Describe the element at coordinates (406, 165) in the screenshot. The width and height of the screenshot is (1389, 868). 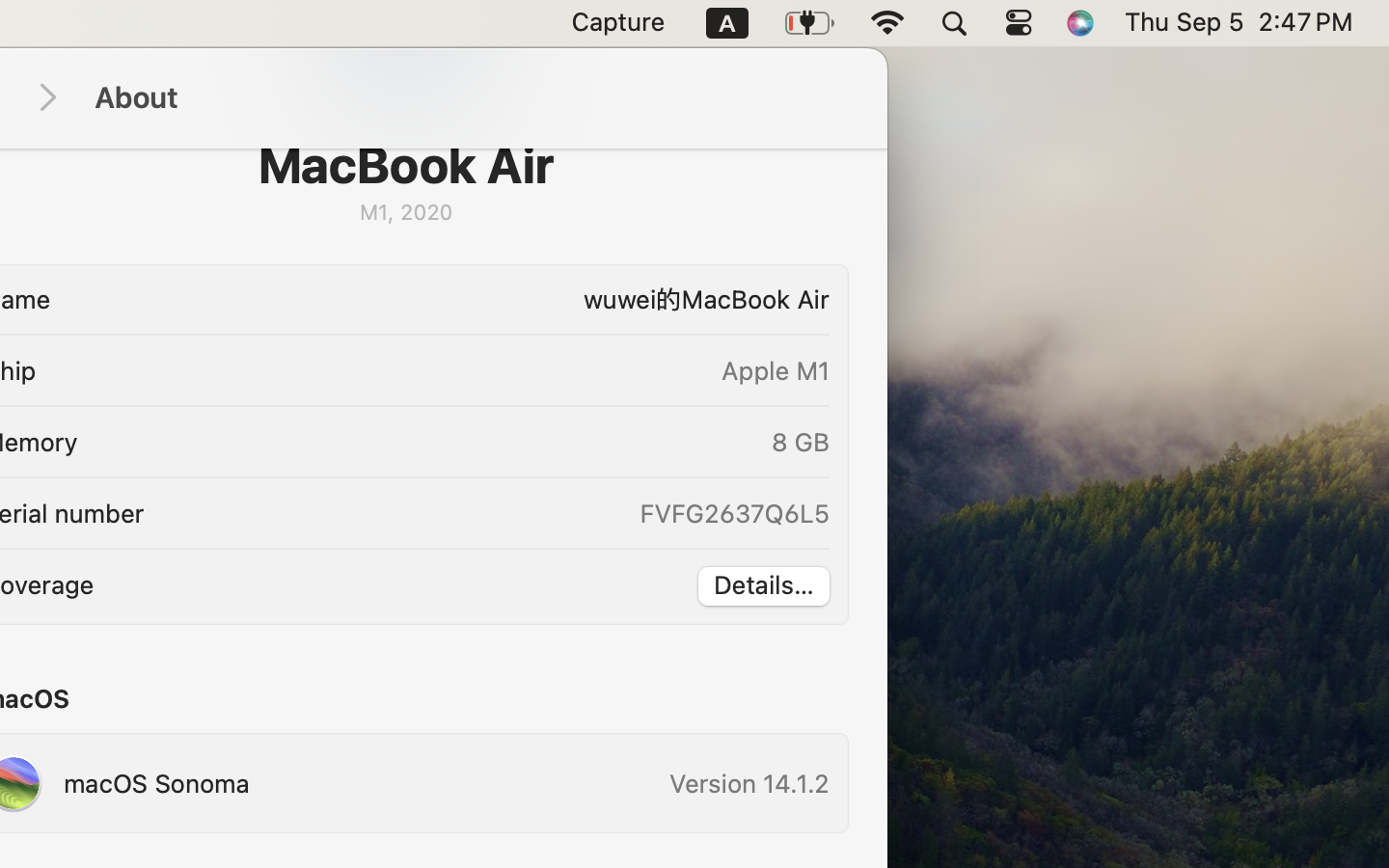
I see `'MacBook Air'` at that location.